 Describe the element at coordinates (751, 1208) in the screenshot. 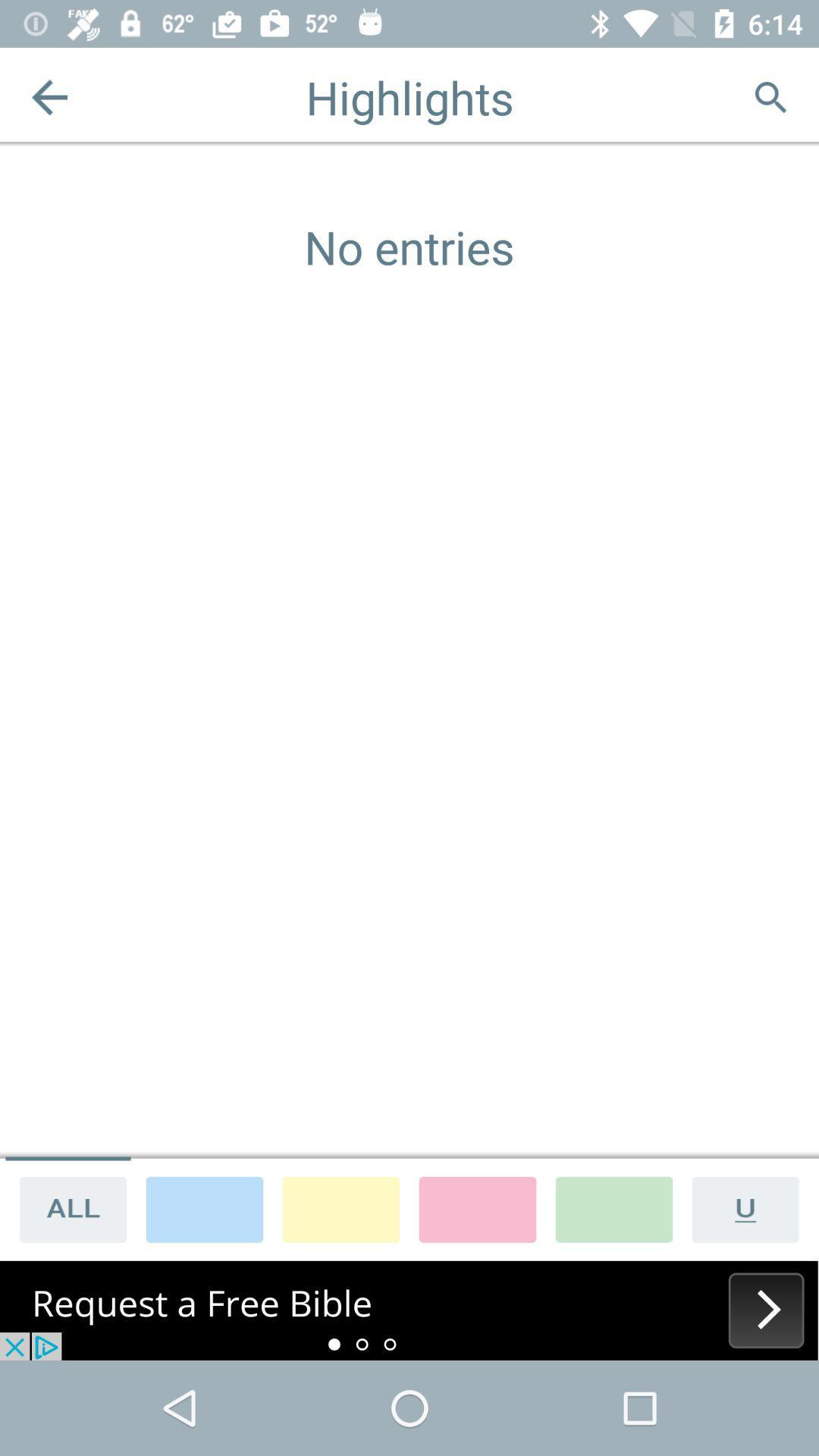

I see `underline text` at that location.